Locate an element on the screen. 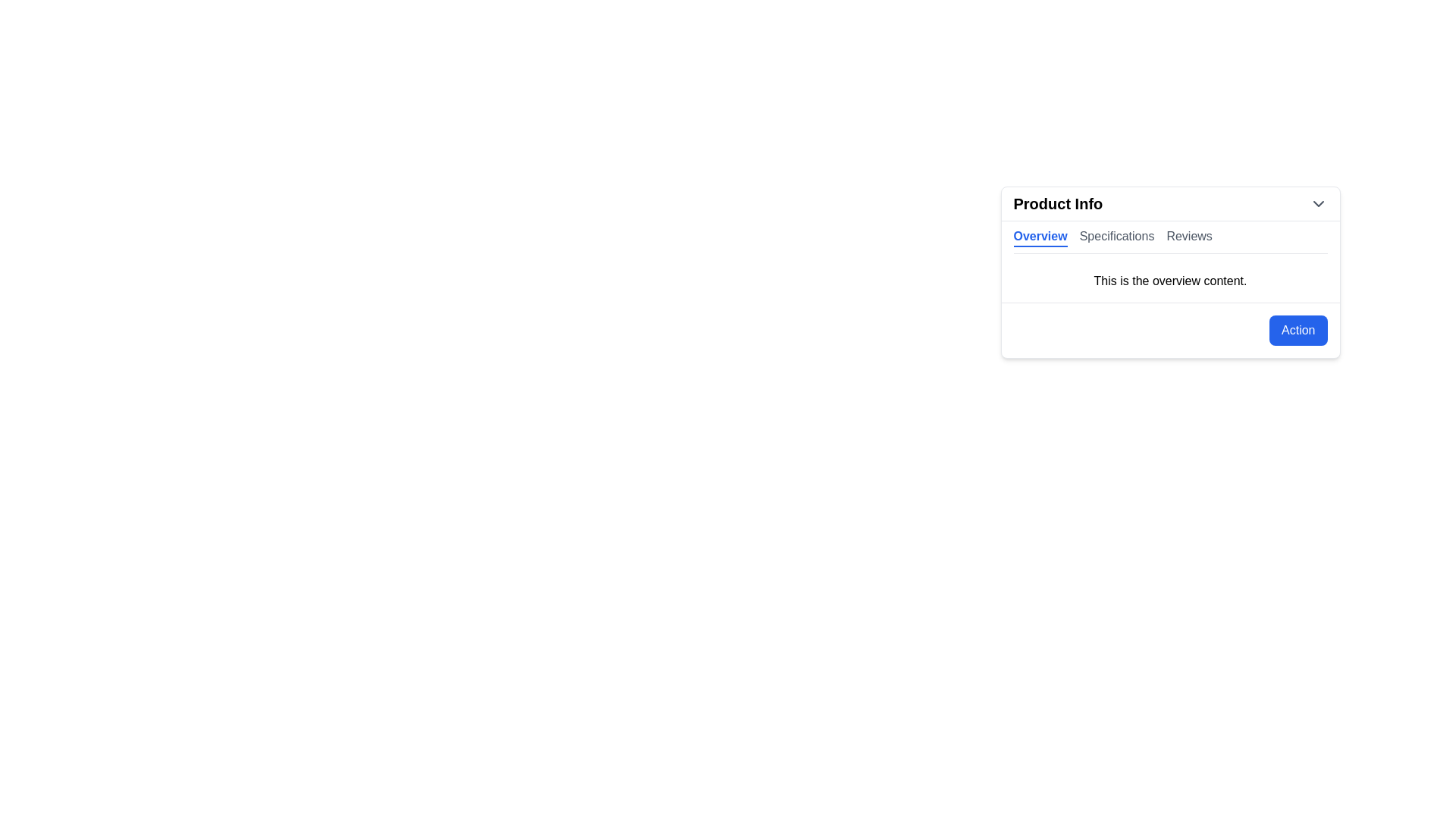 Image resolution: width=1456 pixels, height=819 pixels. text from the Text Label located in the header of the card-like section, which serves as a title indicating product information is located at coordinates (1057, 203).